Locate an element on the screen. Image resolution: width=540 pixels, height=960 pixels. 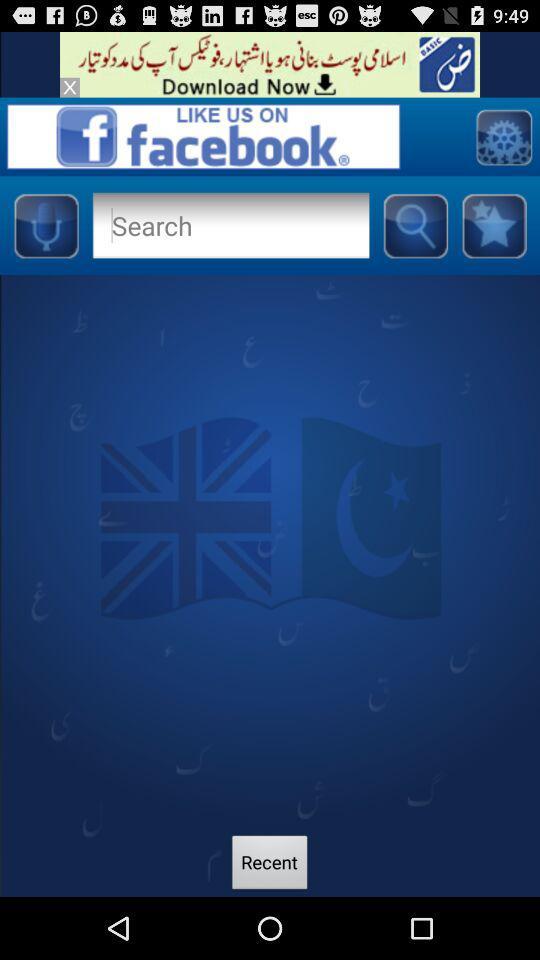
the settings icon is located at coordinates (502, 145).